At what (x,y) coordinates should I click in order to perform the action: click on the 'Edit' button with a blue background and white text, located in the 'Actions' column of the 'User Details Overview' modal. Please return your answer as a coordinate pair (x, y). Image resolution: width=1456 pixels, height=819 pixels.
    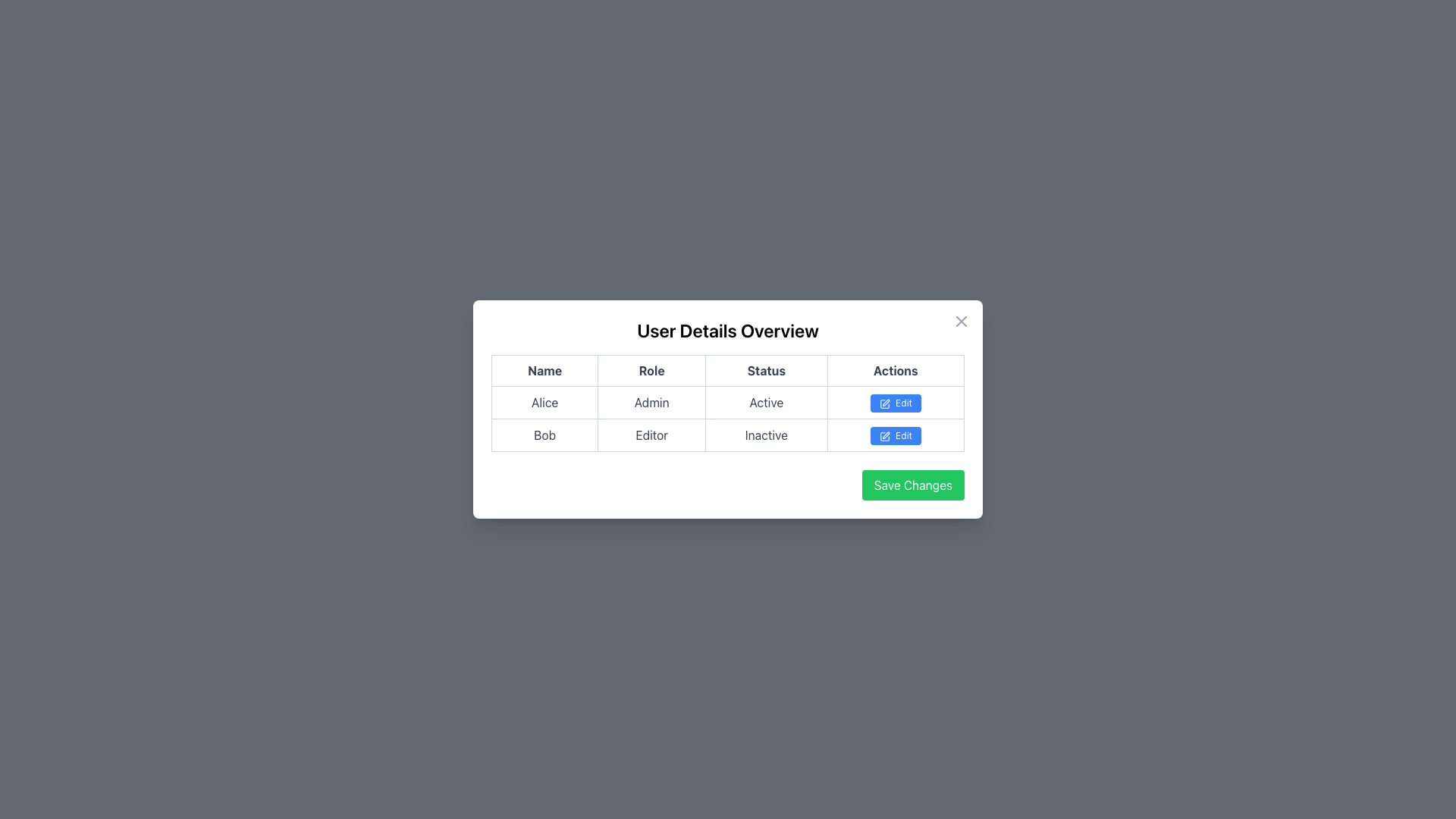
    Looking at the image, I should click on (896, 403).